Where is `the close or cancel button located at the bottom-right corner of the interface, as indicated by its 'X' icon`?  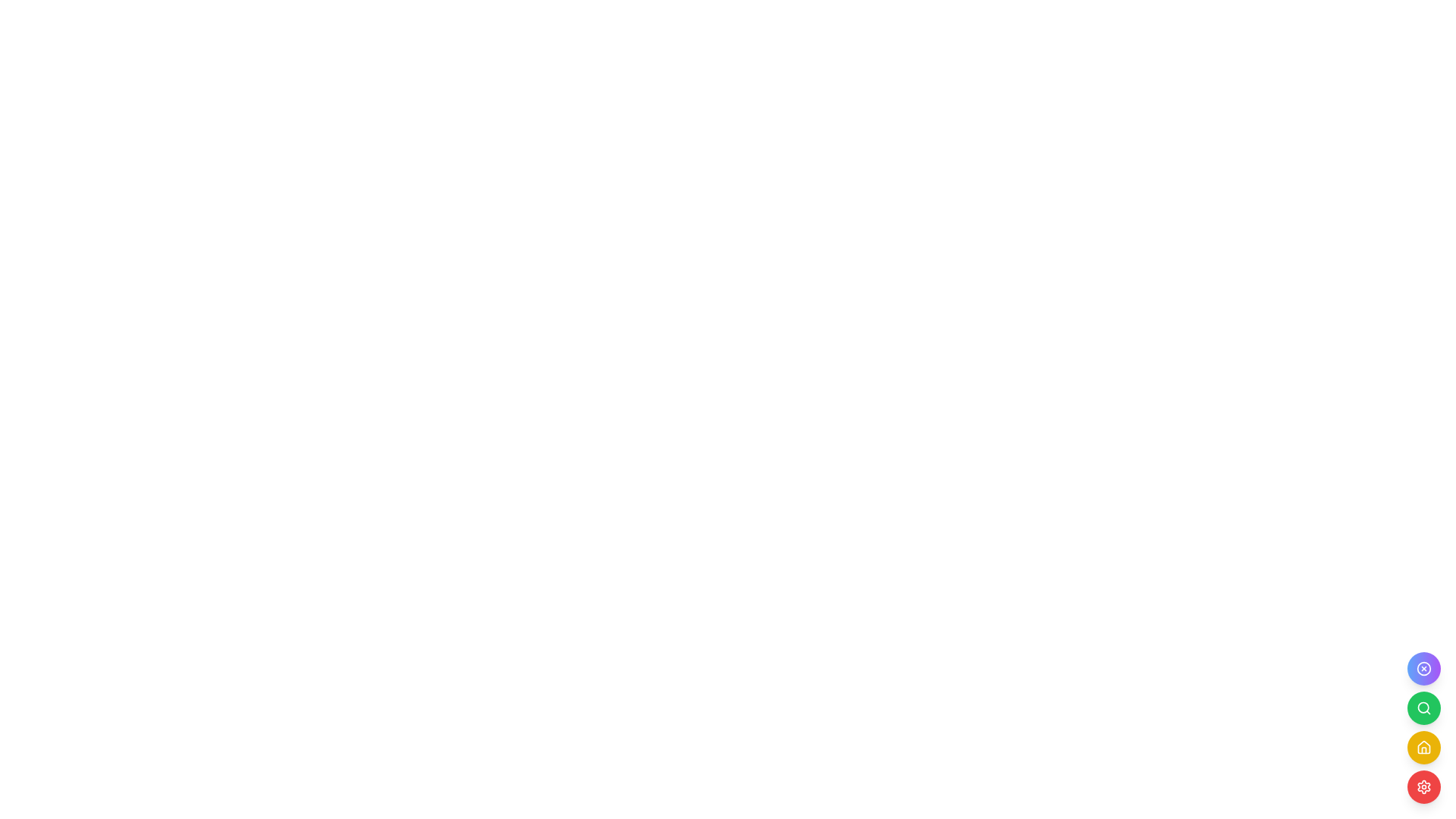
the close or cancel button located at the bottom-right corner of the interface, as indicated by its 'X' icon is located at coordinates (1423, 668).